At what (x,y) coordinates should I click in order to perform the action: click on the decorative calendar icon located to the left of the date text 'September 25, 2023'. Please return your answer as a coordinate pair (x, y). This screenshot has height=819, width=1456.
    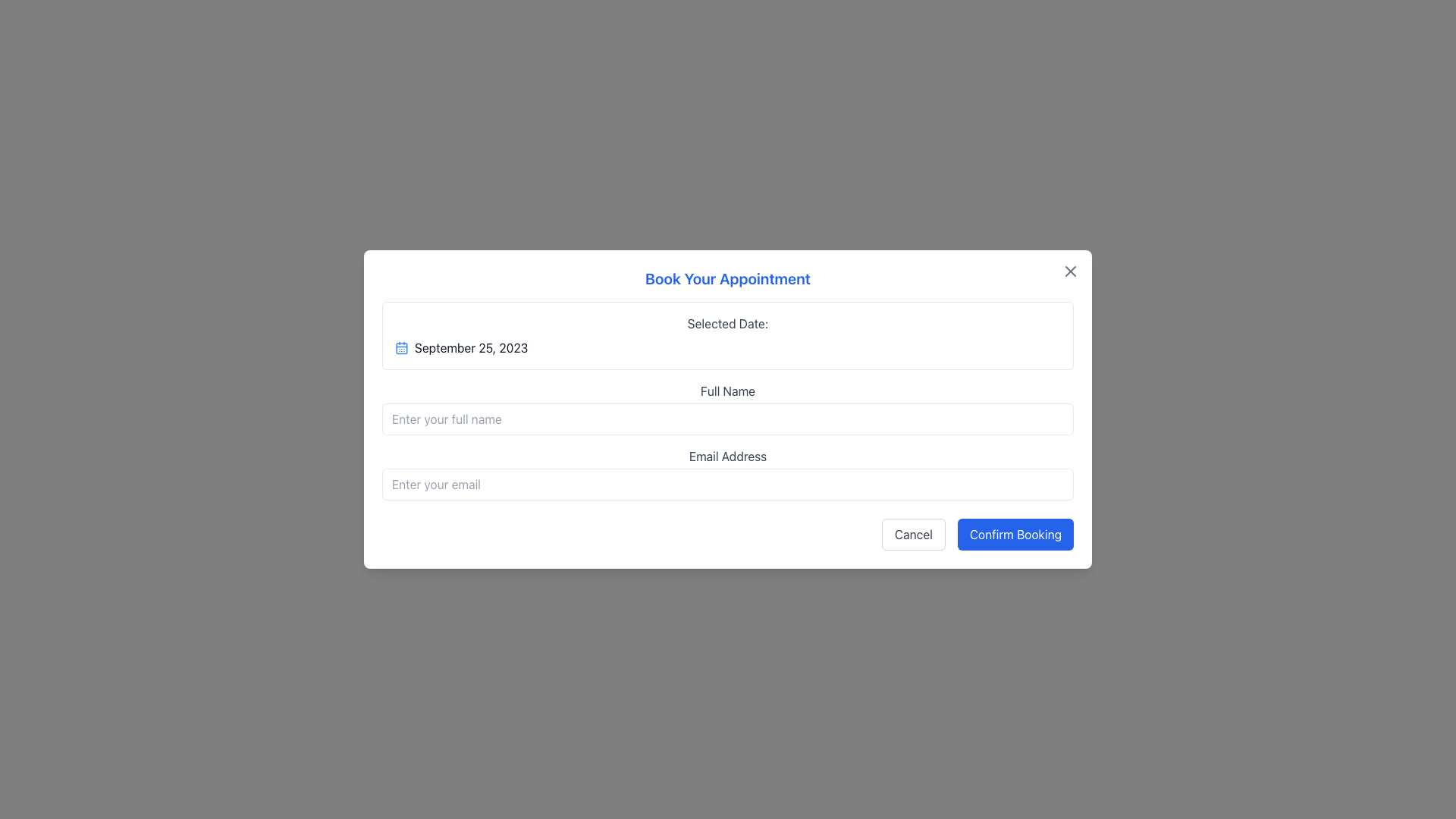
    Looking at the image, I should click on (401, 348).